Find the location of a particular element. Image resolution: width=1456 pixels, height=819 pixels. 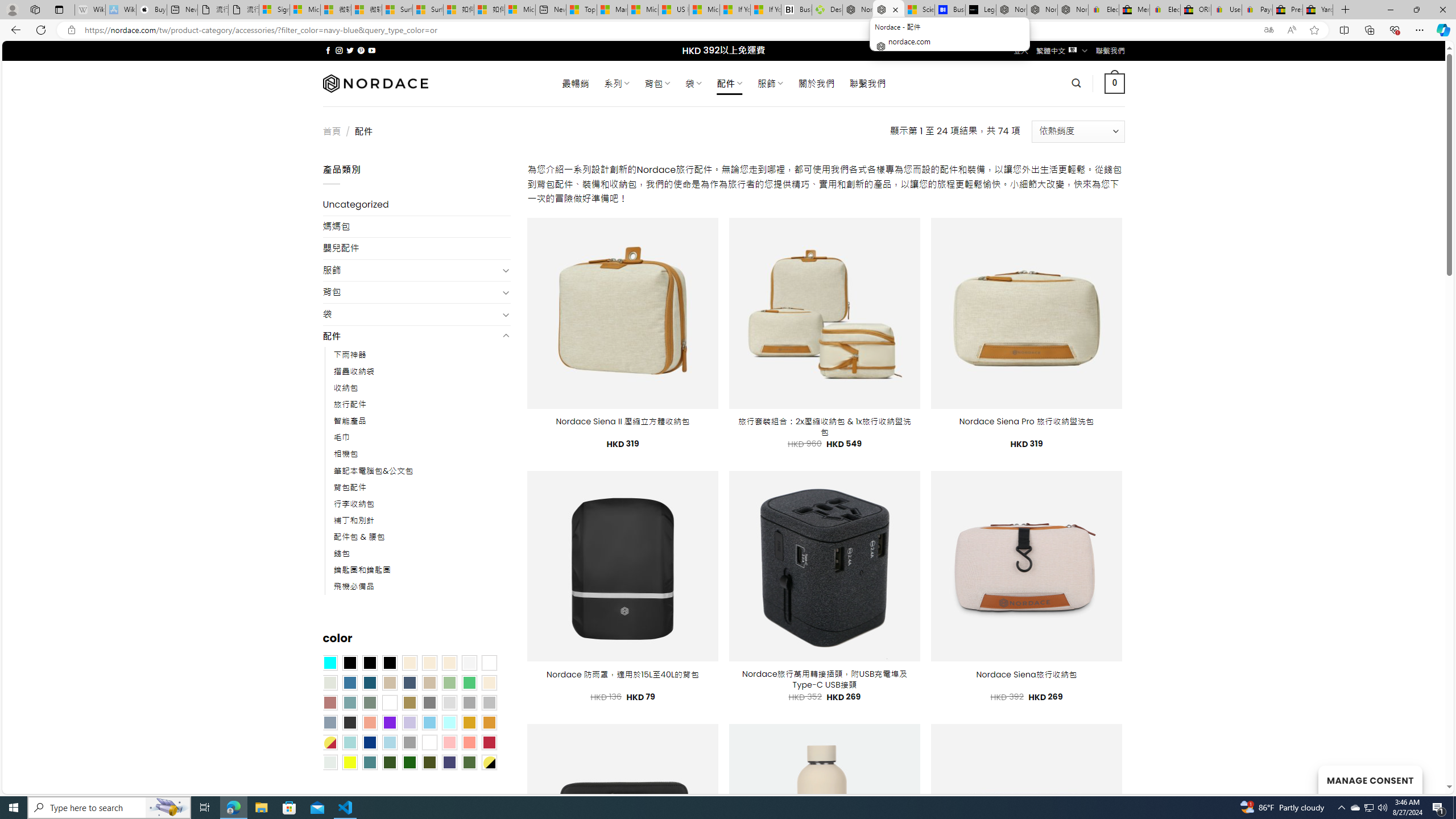

'Buy iPad - Apple' is located at coordinates (151, 9).